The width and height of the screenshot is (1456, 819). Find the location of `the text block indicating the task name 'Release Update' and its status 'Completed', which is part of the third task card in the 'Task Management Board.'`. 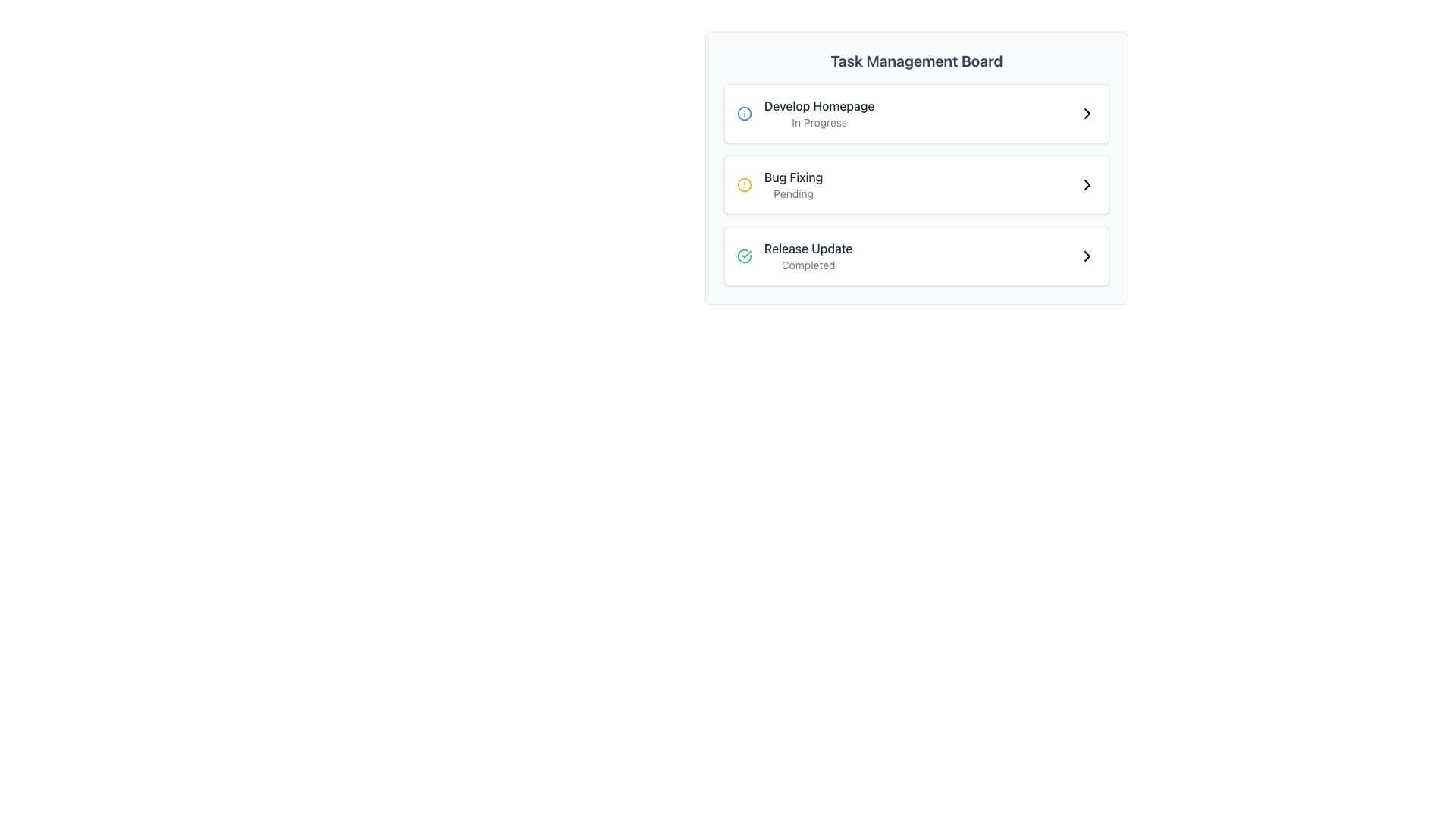

the text block indicating the task name 'Release Update' and its status 'Completed', which is part of the third task card in the 'Task Management Board.' is located at coordinates (808, 256).